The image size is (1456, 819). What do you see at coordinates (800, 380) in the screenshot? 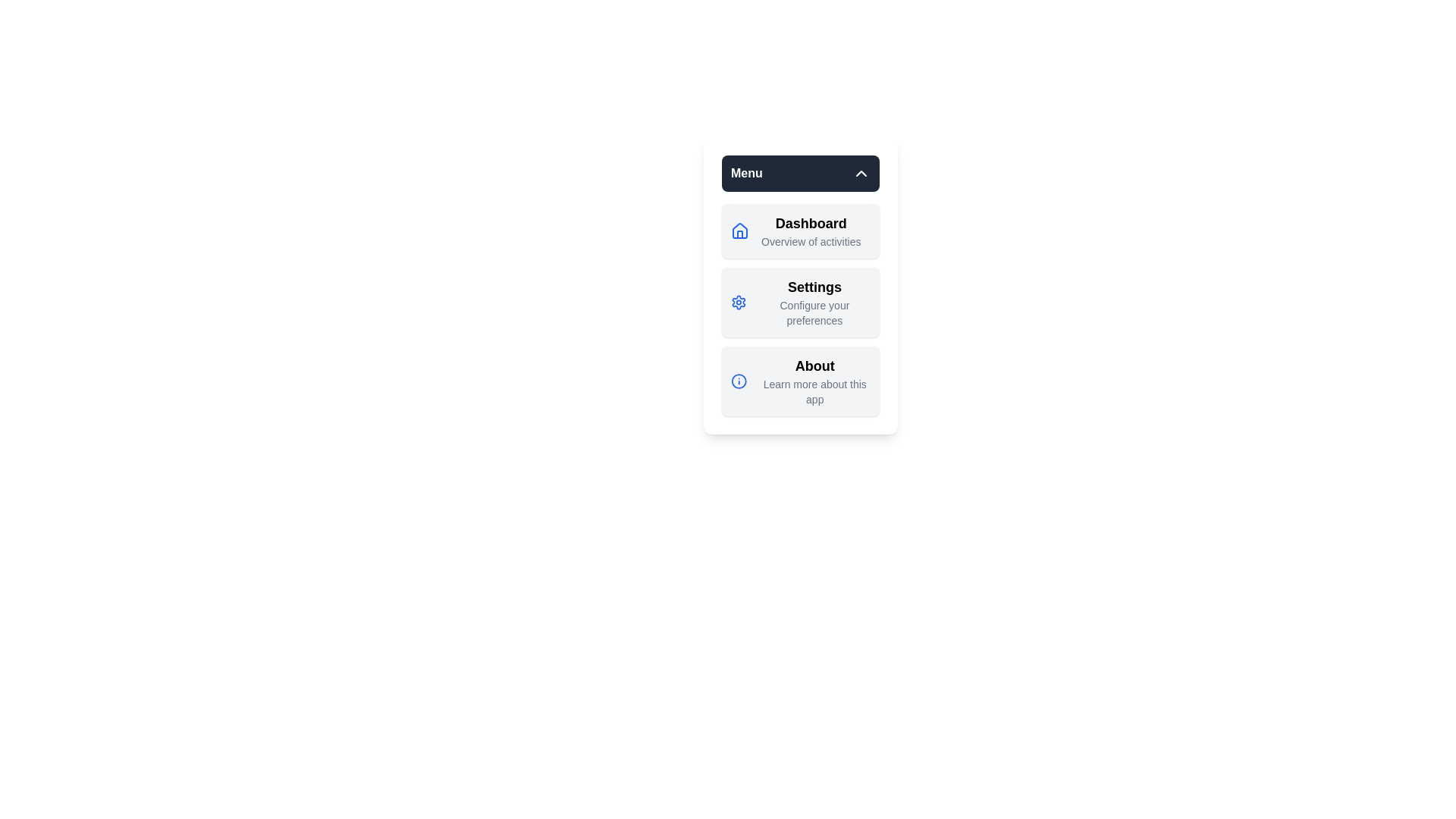
I see `the menu item About to observe its hover effect` at bounding box center [800, 380].